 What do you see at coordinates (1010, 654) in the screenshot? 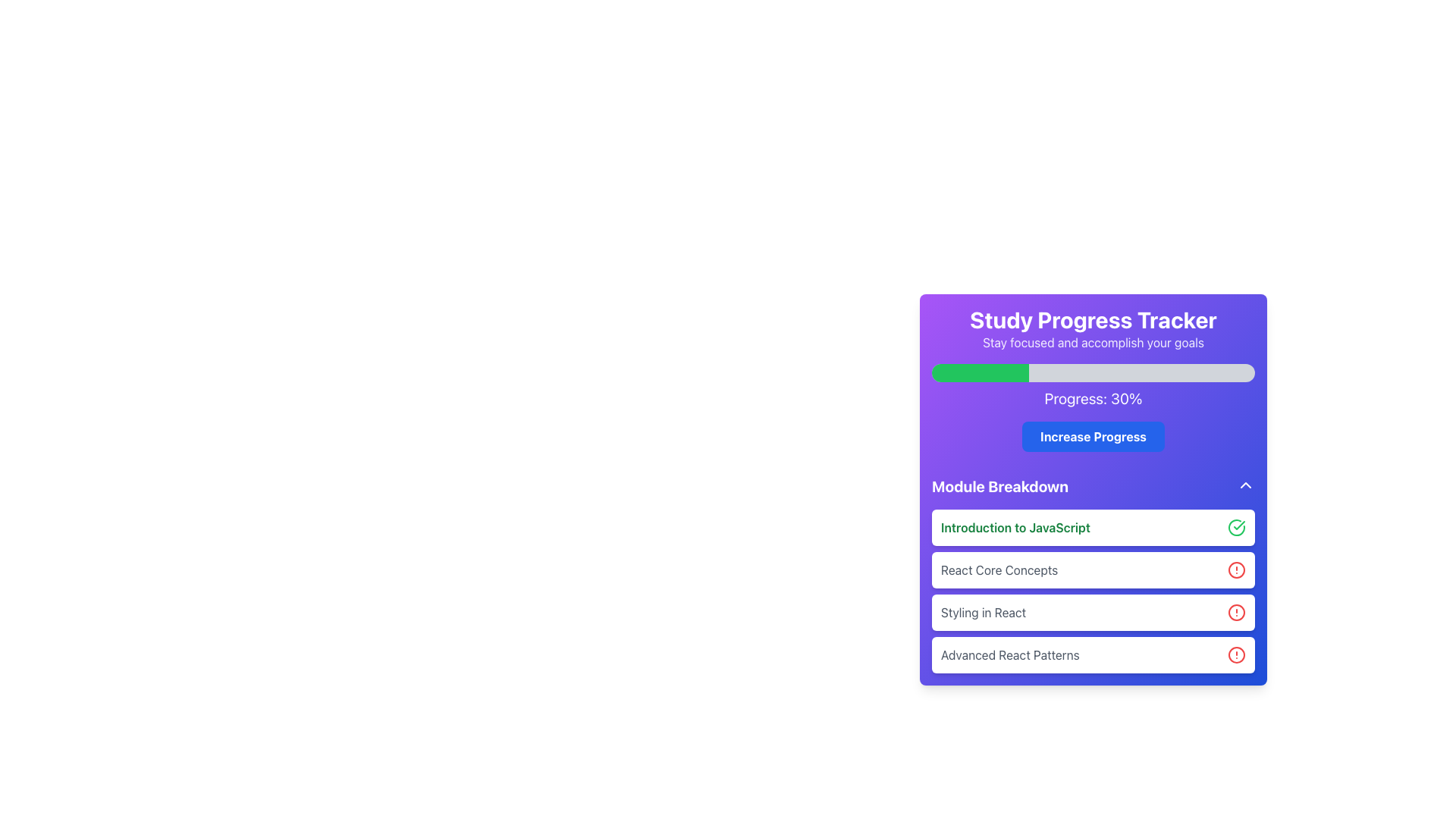
I see `the static text label indicating a module or topic title within the study progress tracker, located in the lower part of the card under 'Module Breakdown'` at bounding box center [1010, 654].